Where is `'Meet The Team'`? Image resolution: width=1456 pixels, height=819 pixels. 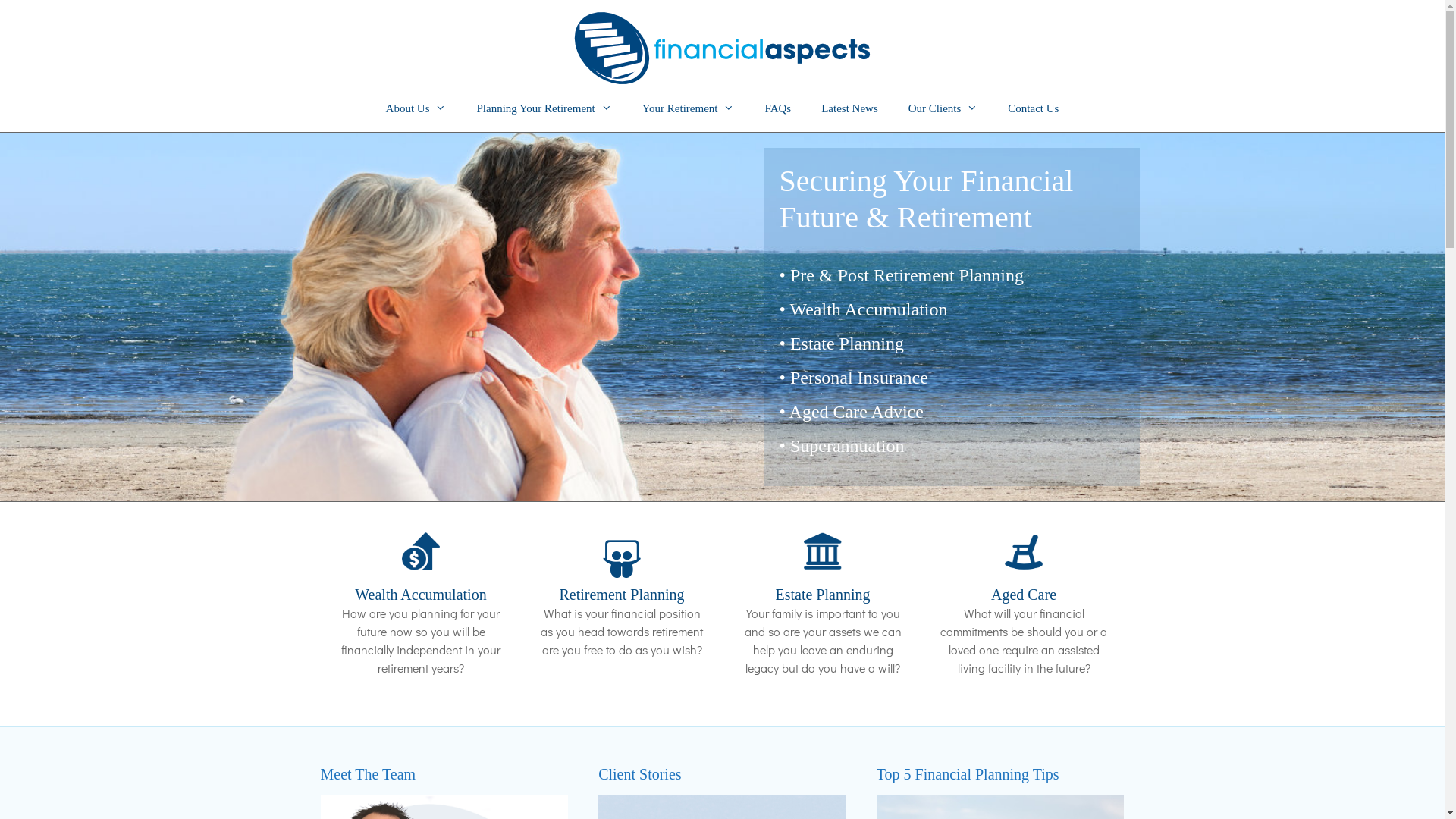 'Meet The Team' is located at coordinates (367, 774).